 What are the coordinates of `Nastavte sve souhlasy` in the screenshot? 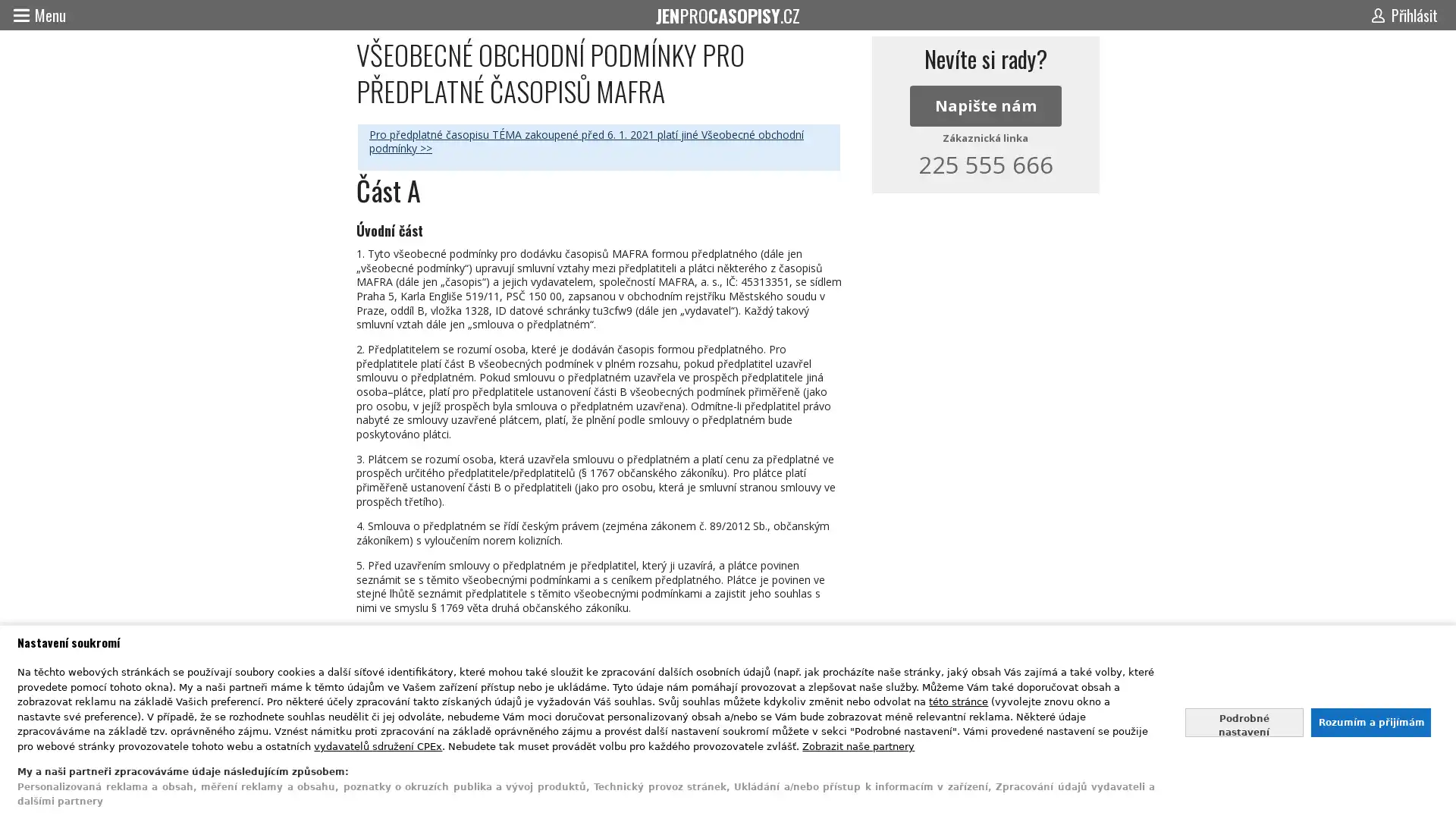 It's located at (1244, 721).